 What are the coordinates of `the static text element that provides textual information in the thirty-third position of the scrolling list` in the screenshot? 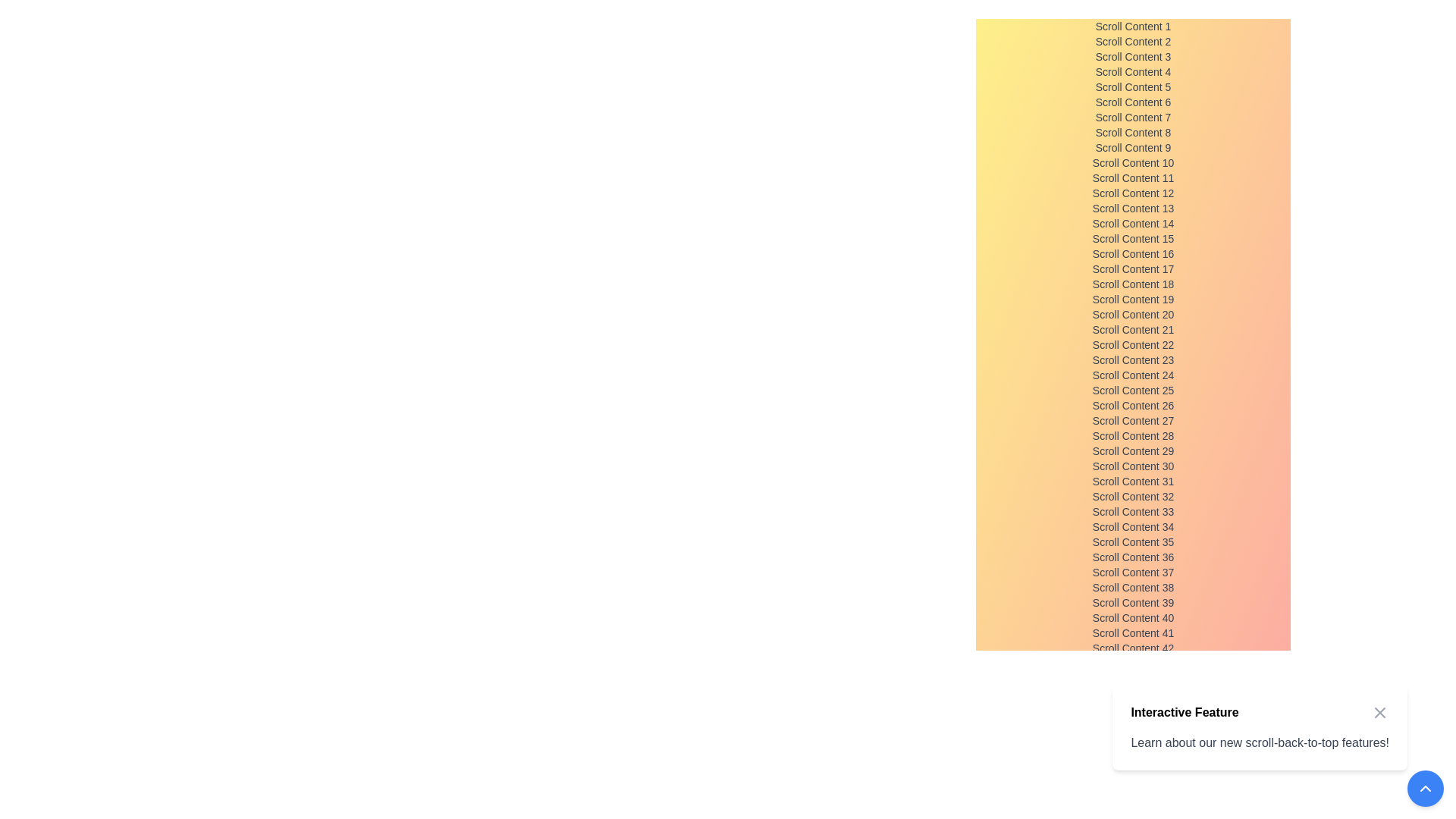 It's located at (1133, 512).